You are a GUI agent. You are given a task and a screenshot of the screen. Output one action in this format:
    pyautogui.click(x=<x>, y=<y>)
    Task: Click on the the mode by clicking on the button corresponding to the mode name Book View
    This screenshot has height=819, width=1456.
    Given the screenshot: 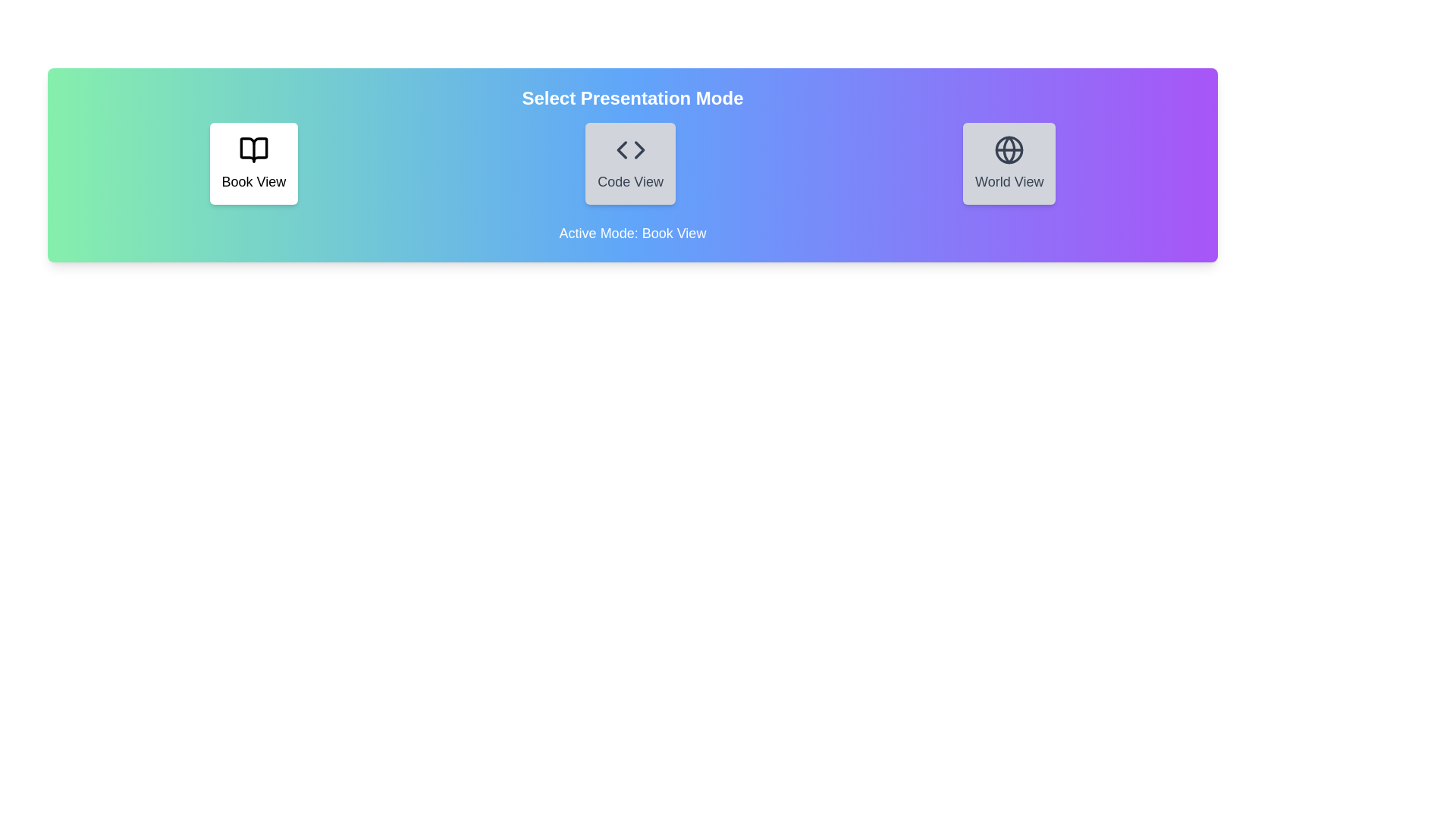 What is the action you would take?
    pyautogui.click(x=253, y=164)
    